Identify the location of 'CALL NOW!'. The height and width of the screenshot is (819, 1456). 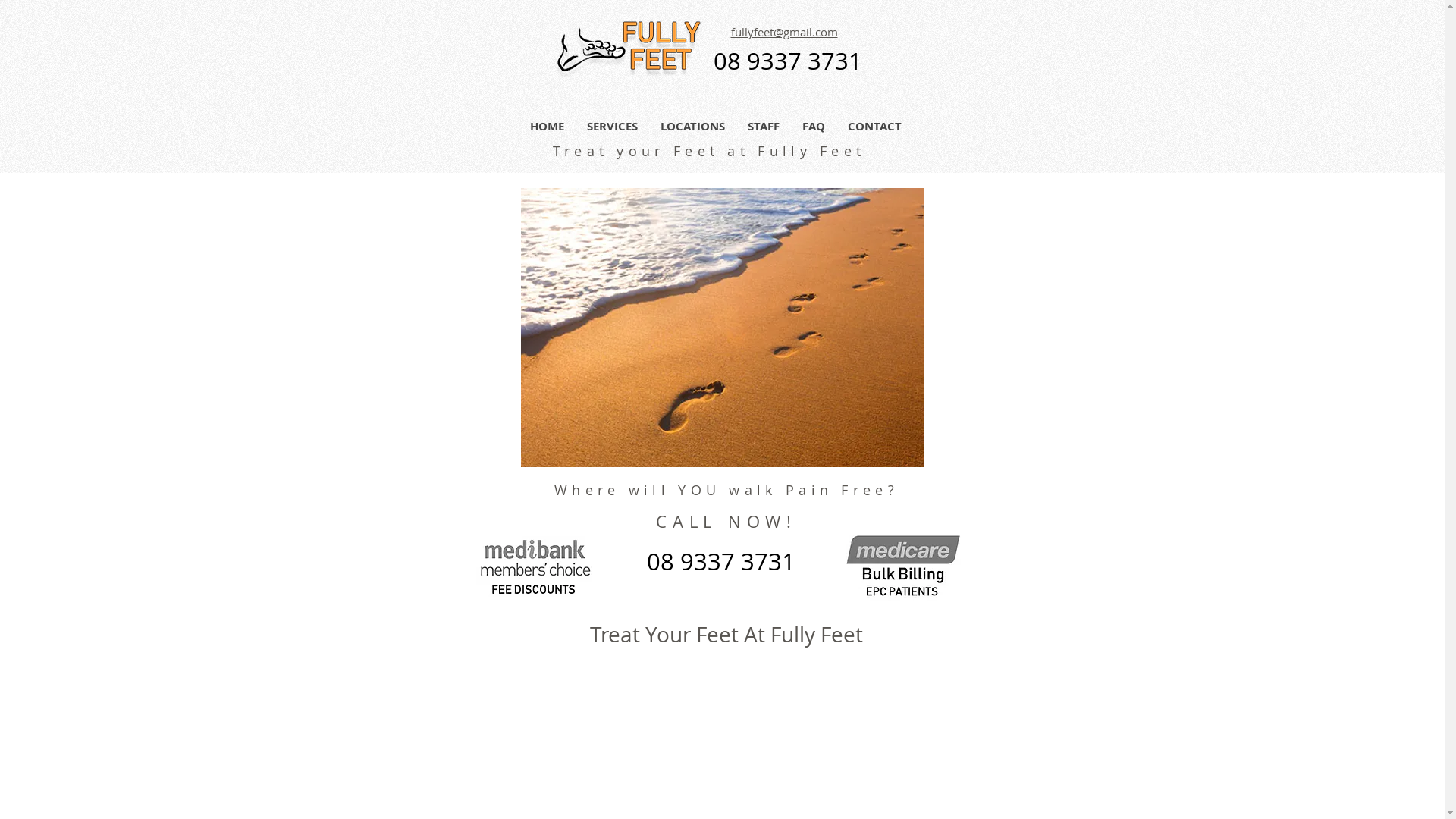
(725, 520).